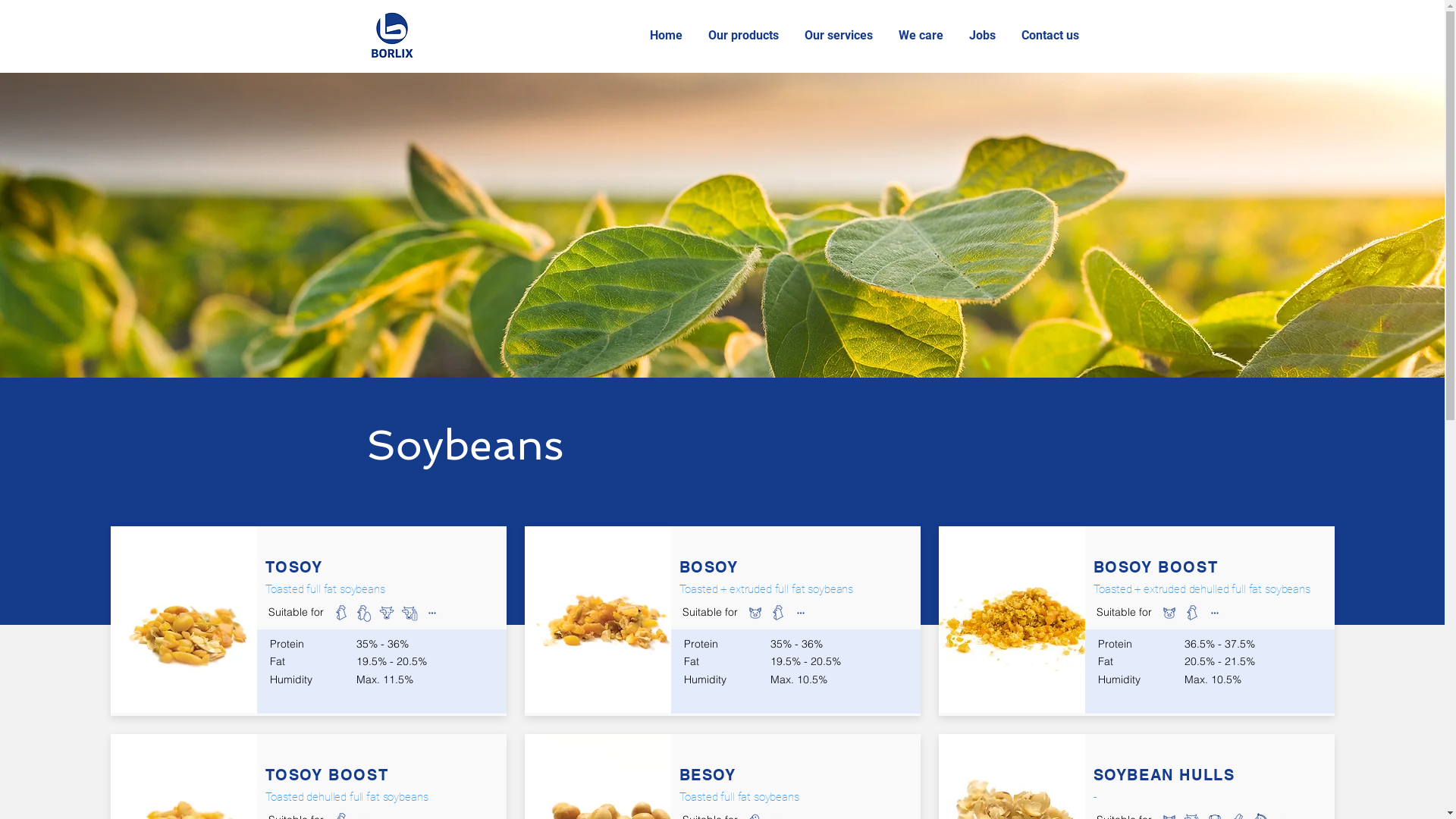  I want to click on 'Broilers', so click(777, 610).